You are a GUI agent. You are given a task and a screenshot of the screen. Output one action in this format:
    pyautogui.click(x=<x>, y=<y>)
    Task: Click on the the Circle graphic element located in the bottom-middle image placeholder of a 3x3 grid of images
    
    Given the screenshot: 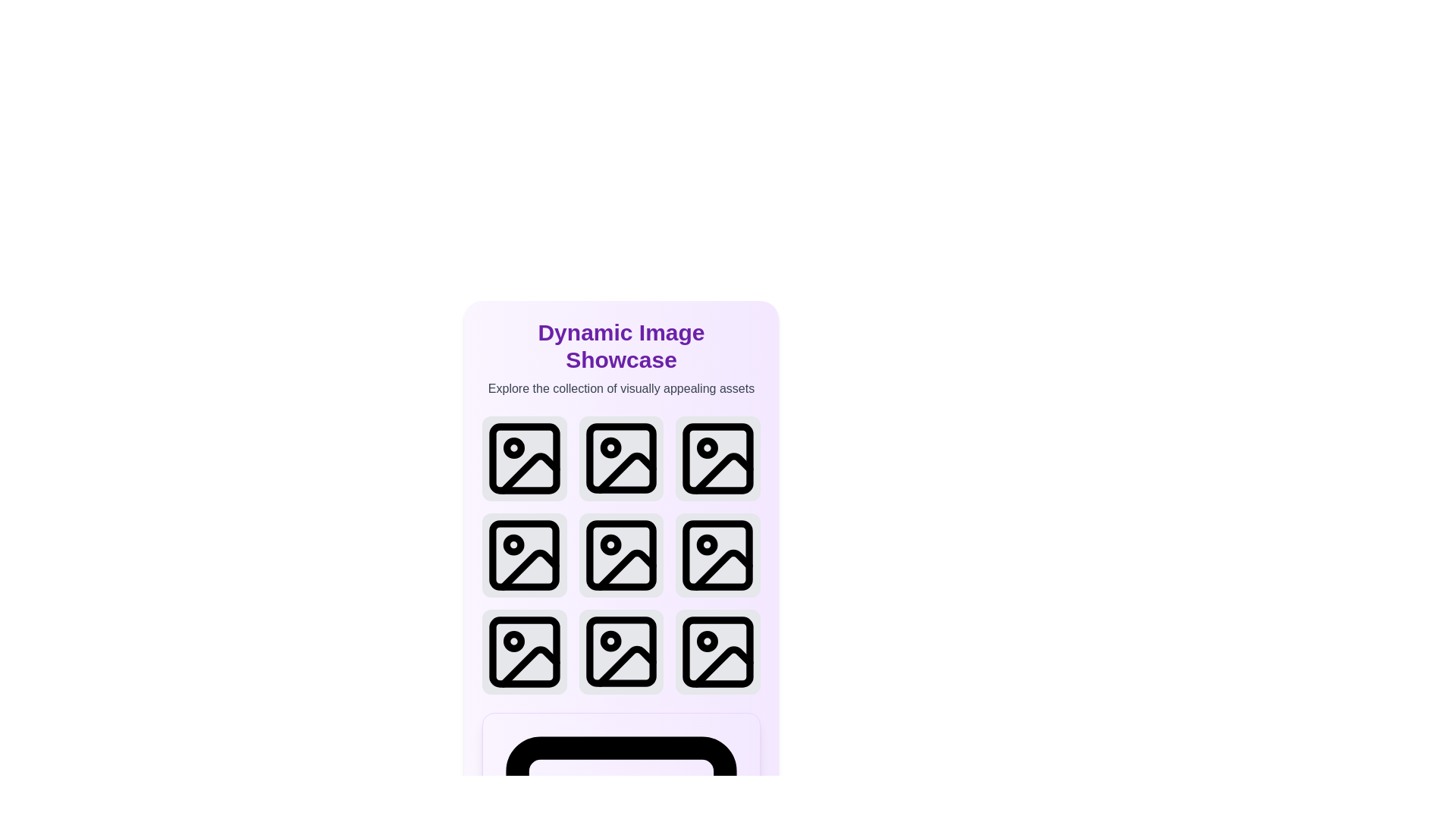 What is the action you would take?
    pyautogui.click(x=610, y=642)
    